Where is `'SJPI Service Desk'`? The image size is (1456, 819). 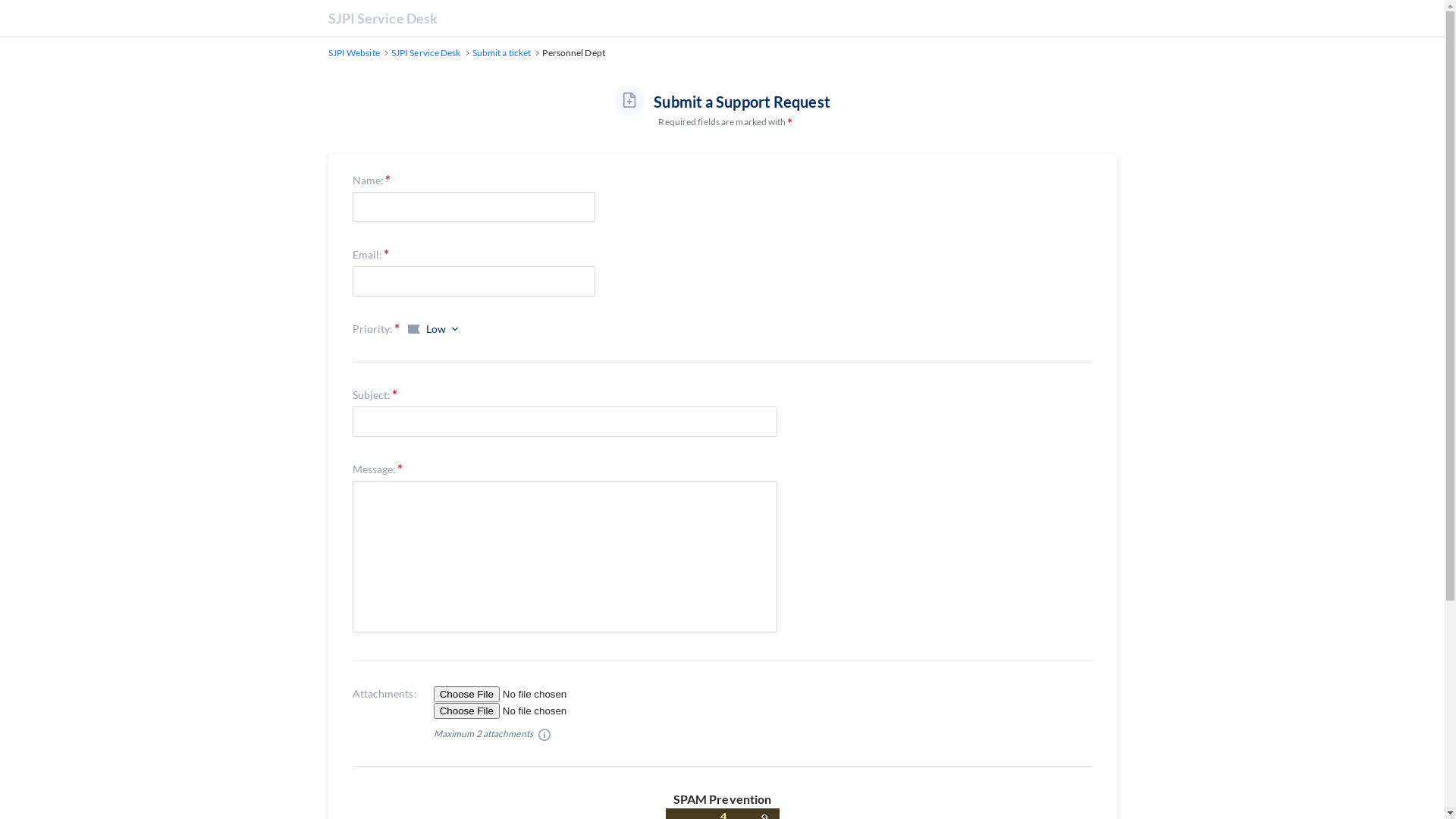 'SJPI Service Desk' is located at coordinates (327, 17).